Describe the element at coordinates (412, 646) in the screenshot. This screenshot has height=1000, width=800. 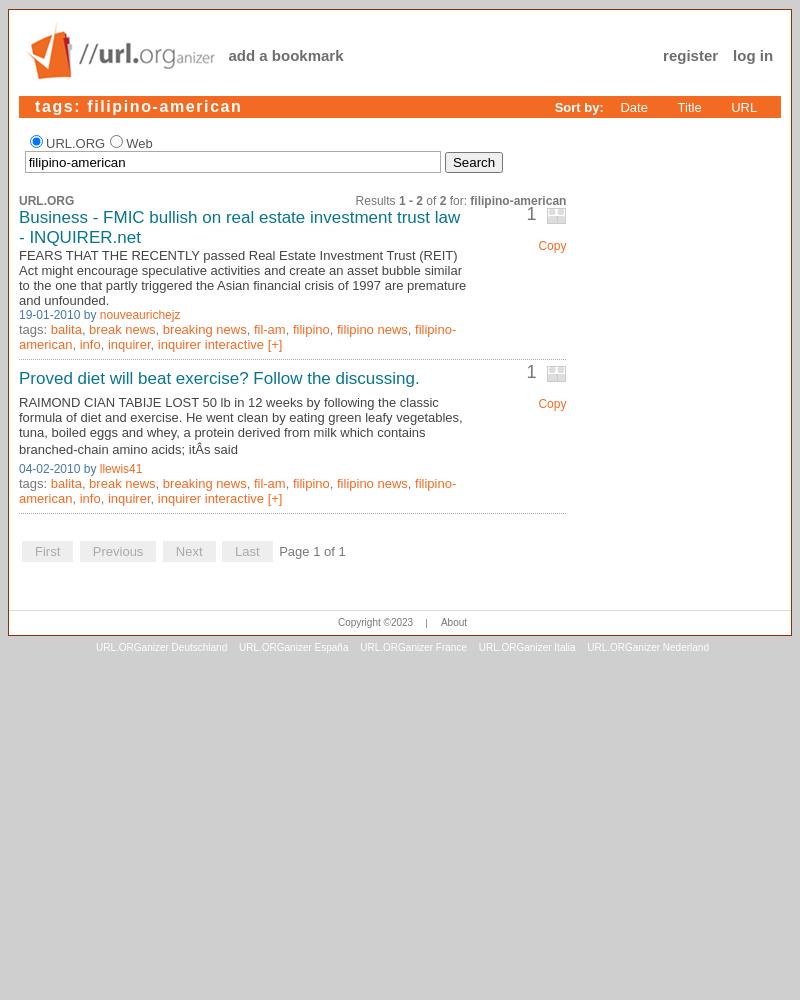
I see `'URL.ORGanizer France'` at that location.